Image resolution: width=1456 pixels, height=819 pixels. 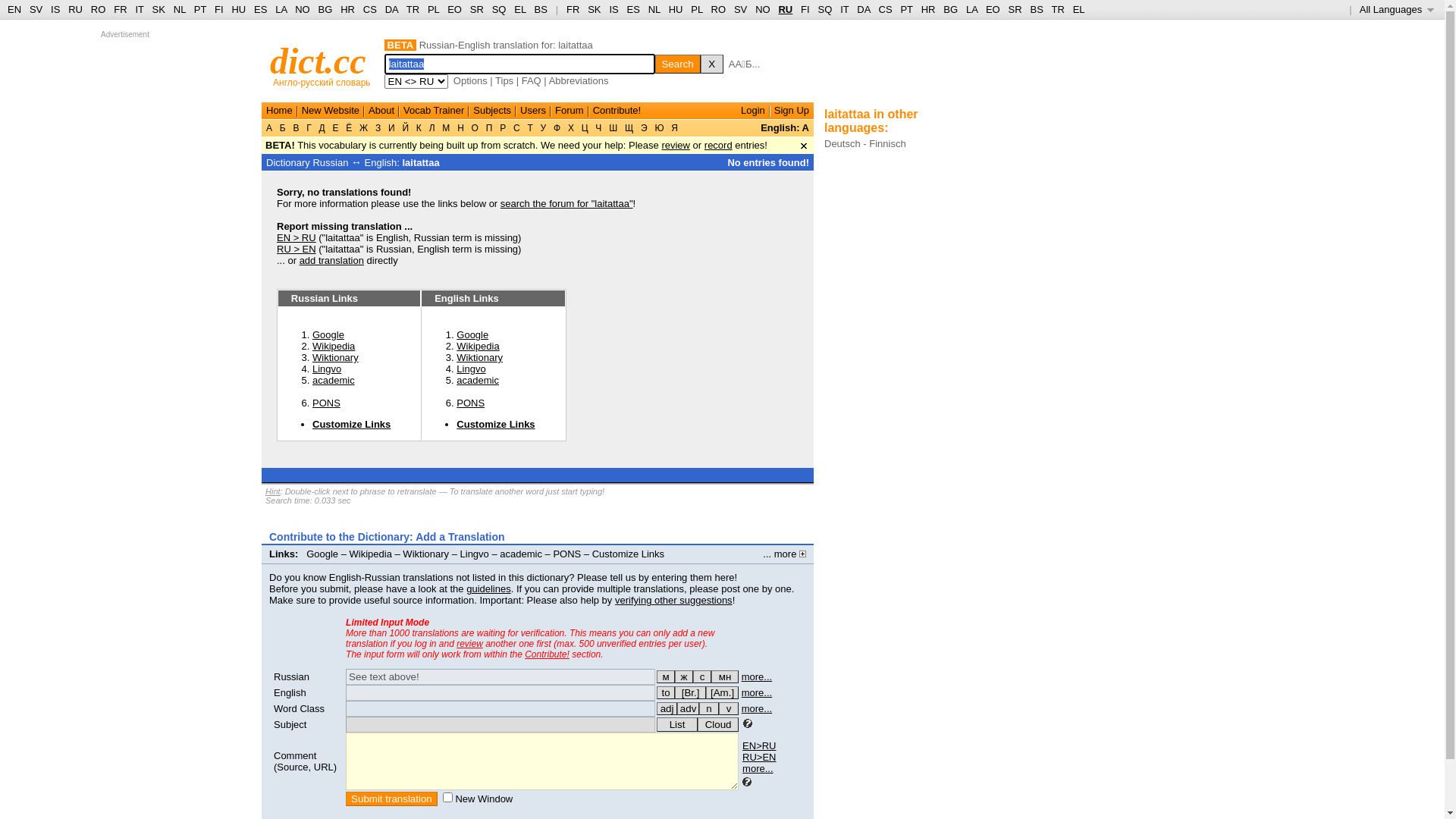 I want to click on 'SV', so click(x=29, y=9).